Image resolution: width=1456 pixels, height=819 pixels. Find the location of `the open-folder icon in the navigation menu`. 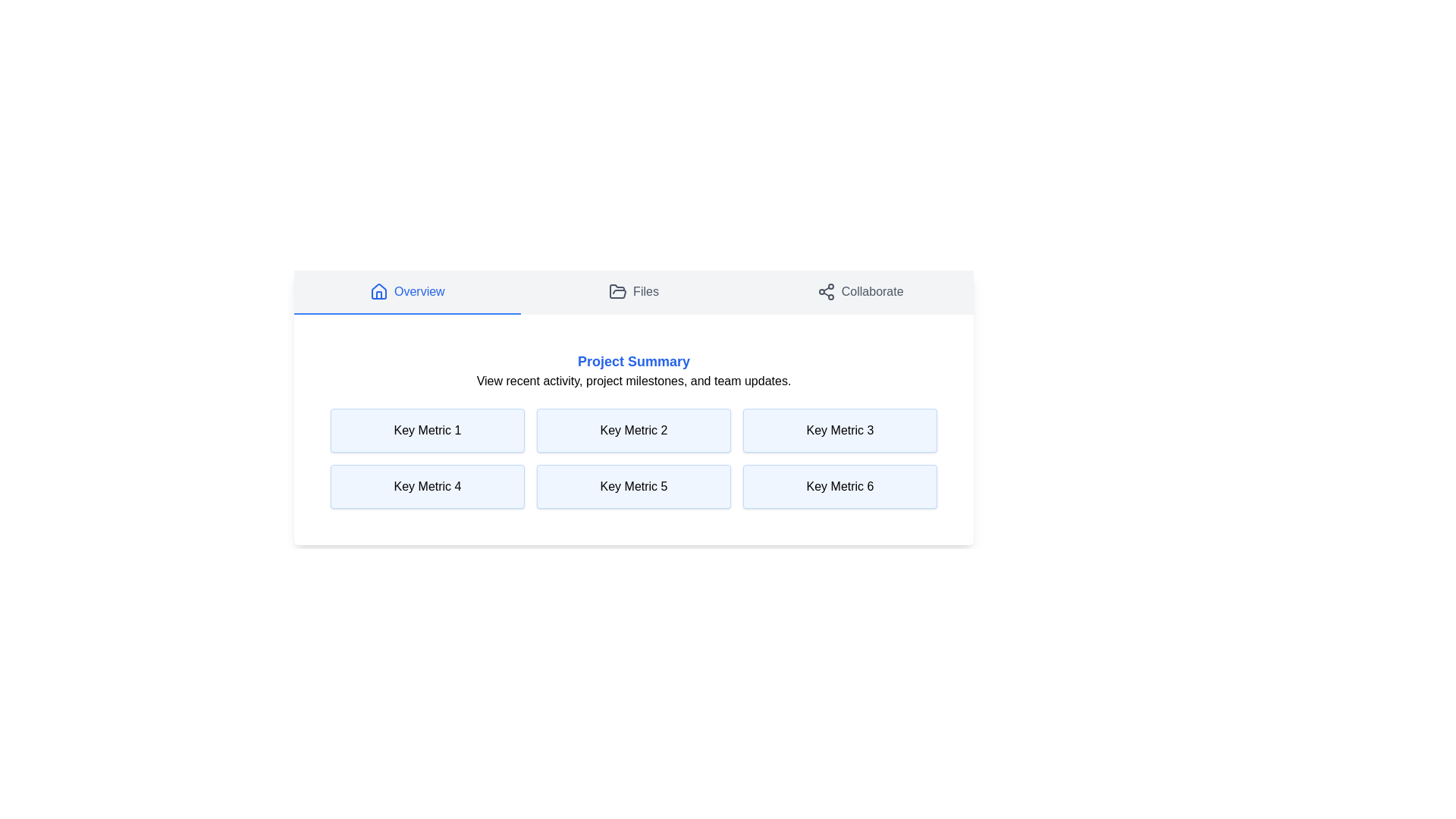

the open-folder icon in the navigation menu is located at coordinates (618, 292).